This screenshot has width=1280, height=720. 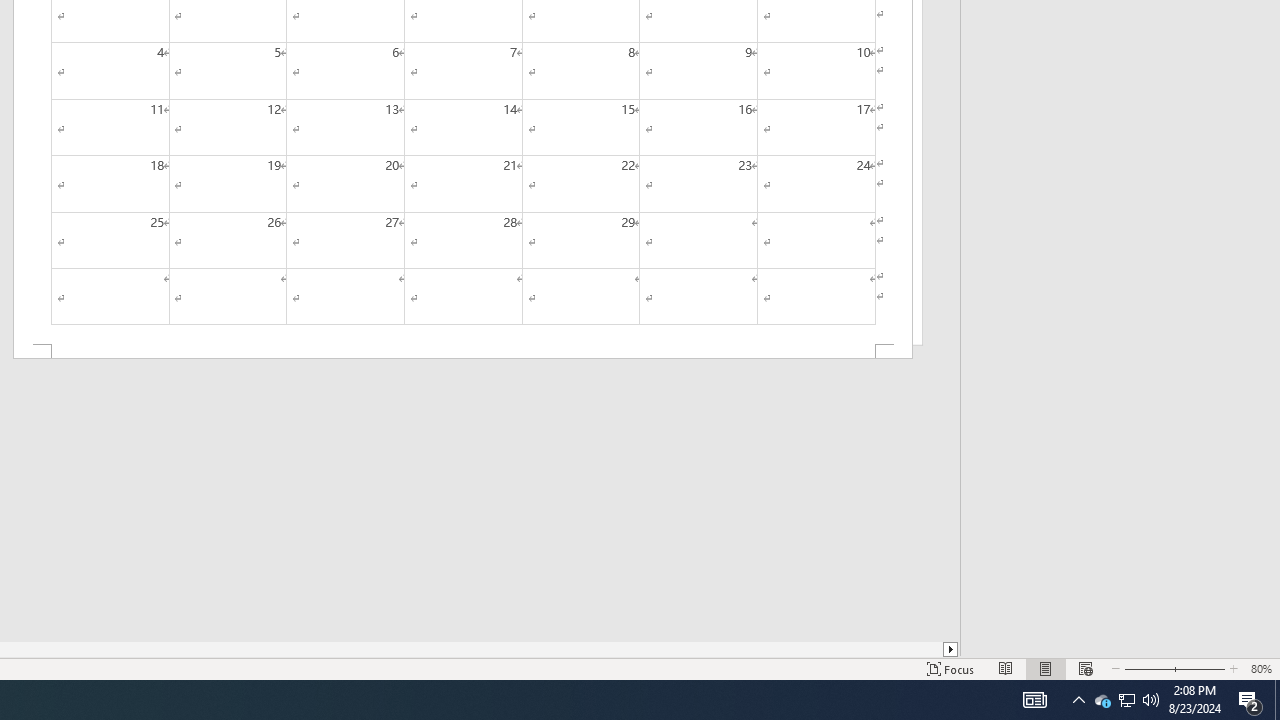 I want to click on 'Read Mode', so click(x=1006, y=669).